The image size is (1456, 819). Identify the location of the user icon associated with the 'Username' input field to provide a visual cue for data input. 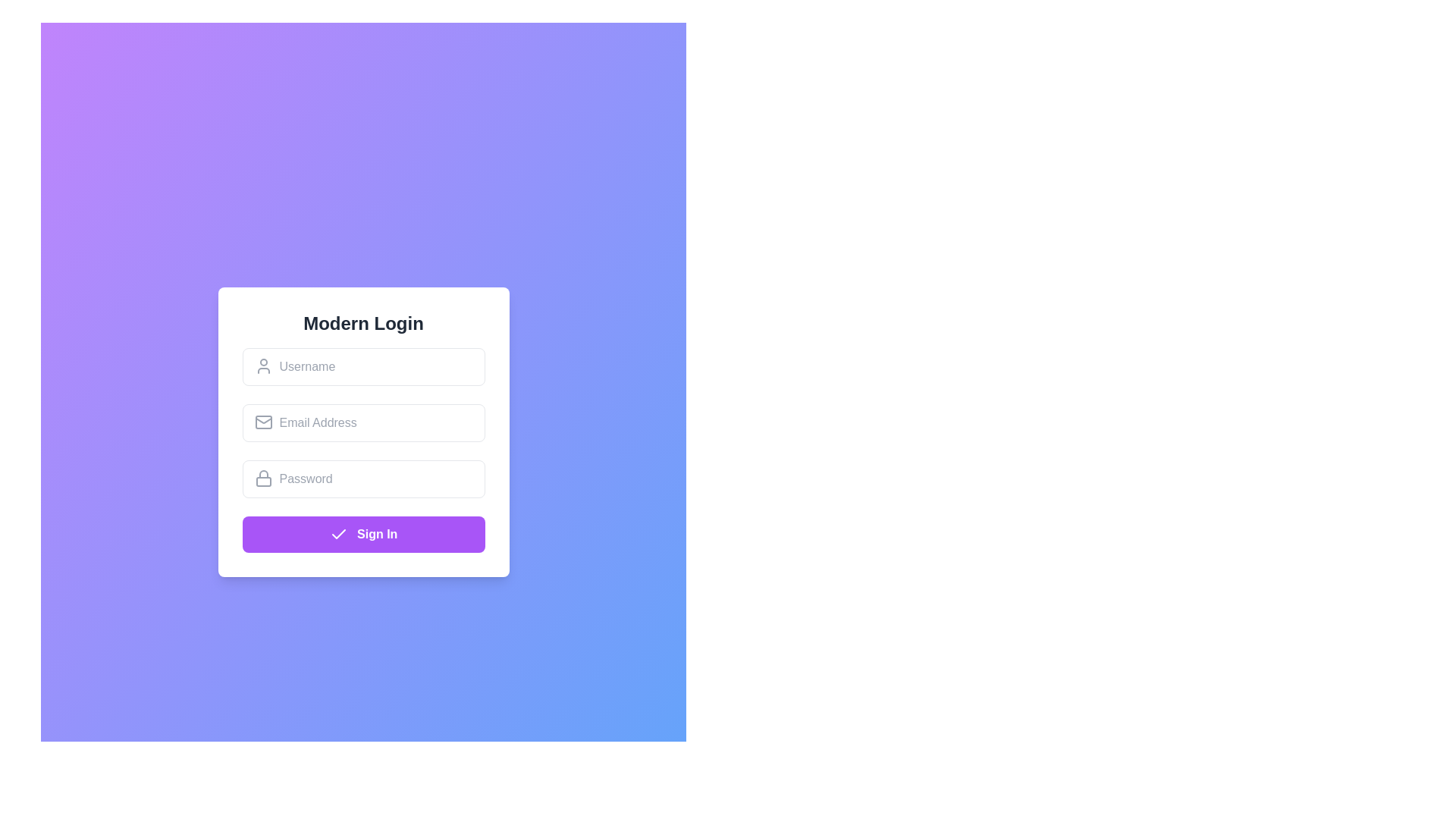
(263, 366).